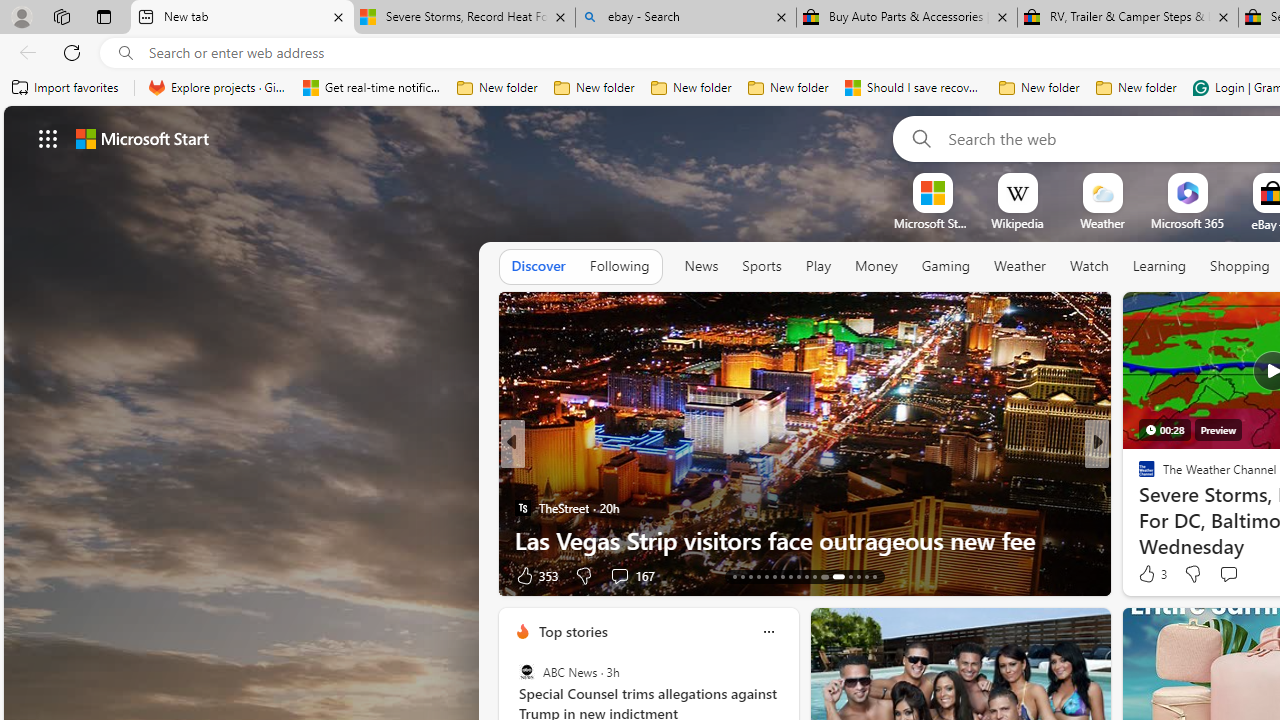 The height and width of the screenshot is (720, 1280). What do you see at coordinates (631, 575) in the screenshot?
I see `'View comments 167 Comment'` at bounding box center [631, 575].